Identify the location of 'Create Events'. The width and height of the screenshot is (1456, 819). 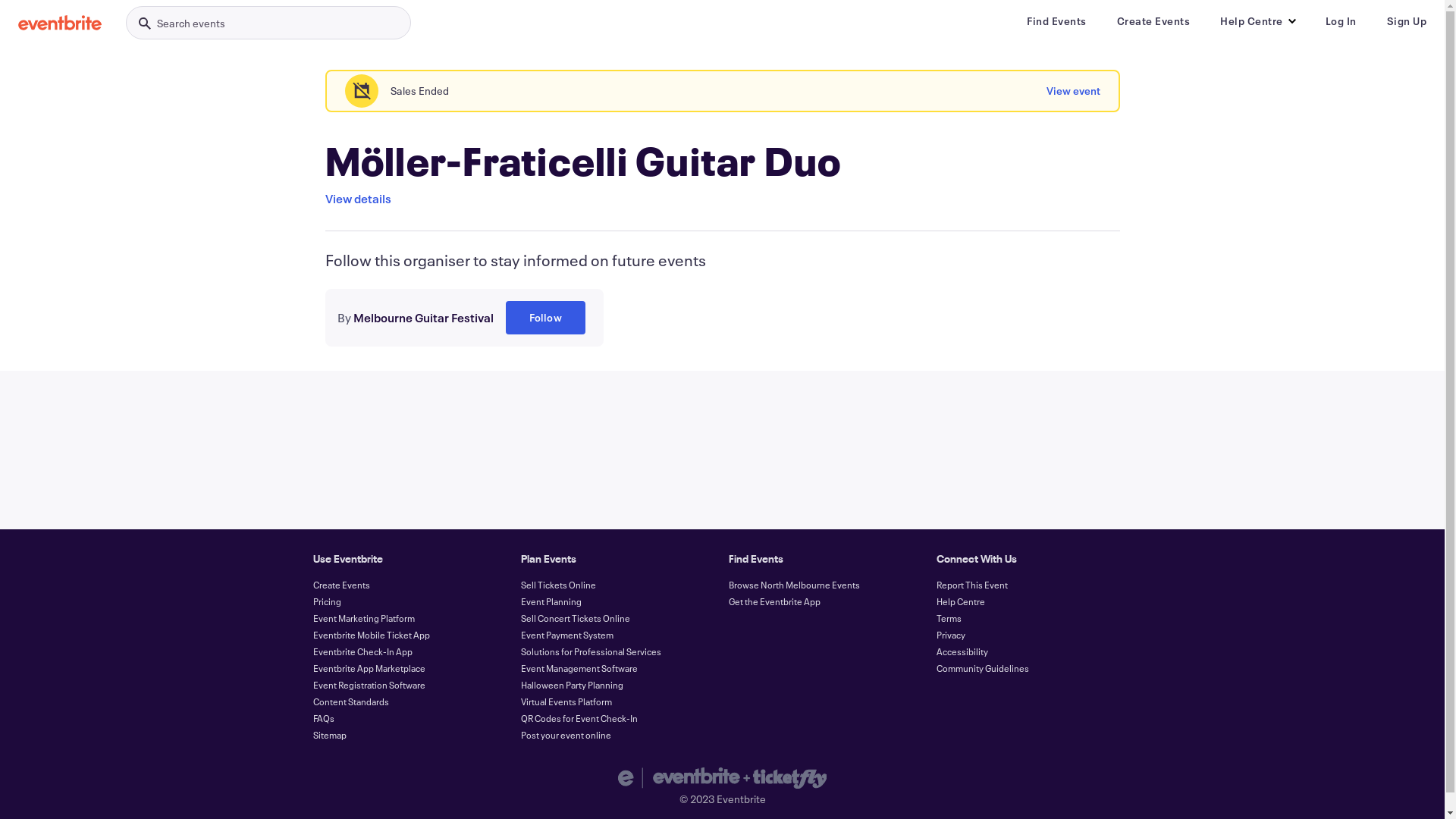
(1153, 20).